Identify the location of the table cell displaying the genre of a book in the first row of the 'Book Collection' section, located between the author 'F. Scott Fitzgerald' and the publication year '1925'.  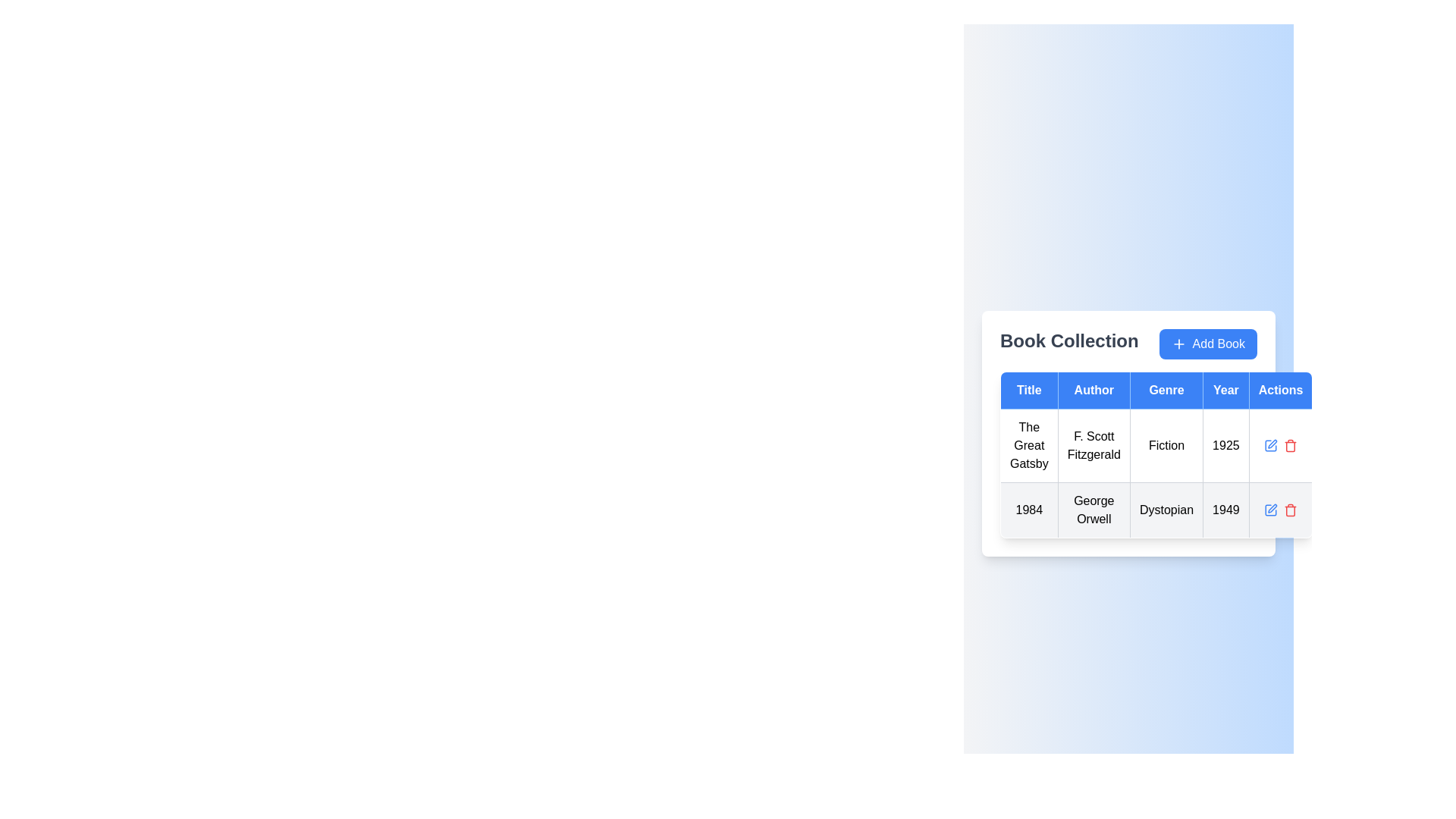
(1156, 472).